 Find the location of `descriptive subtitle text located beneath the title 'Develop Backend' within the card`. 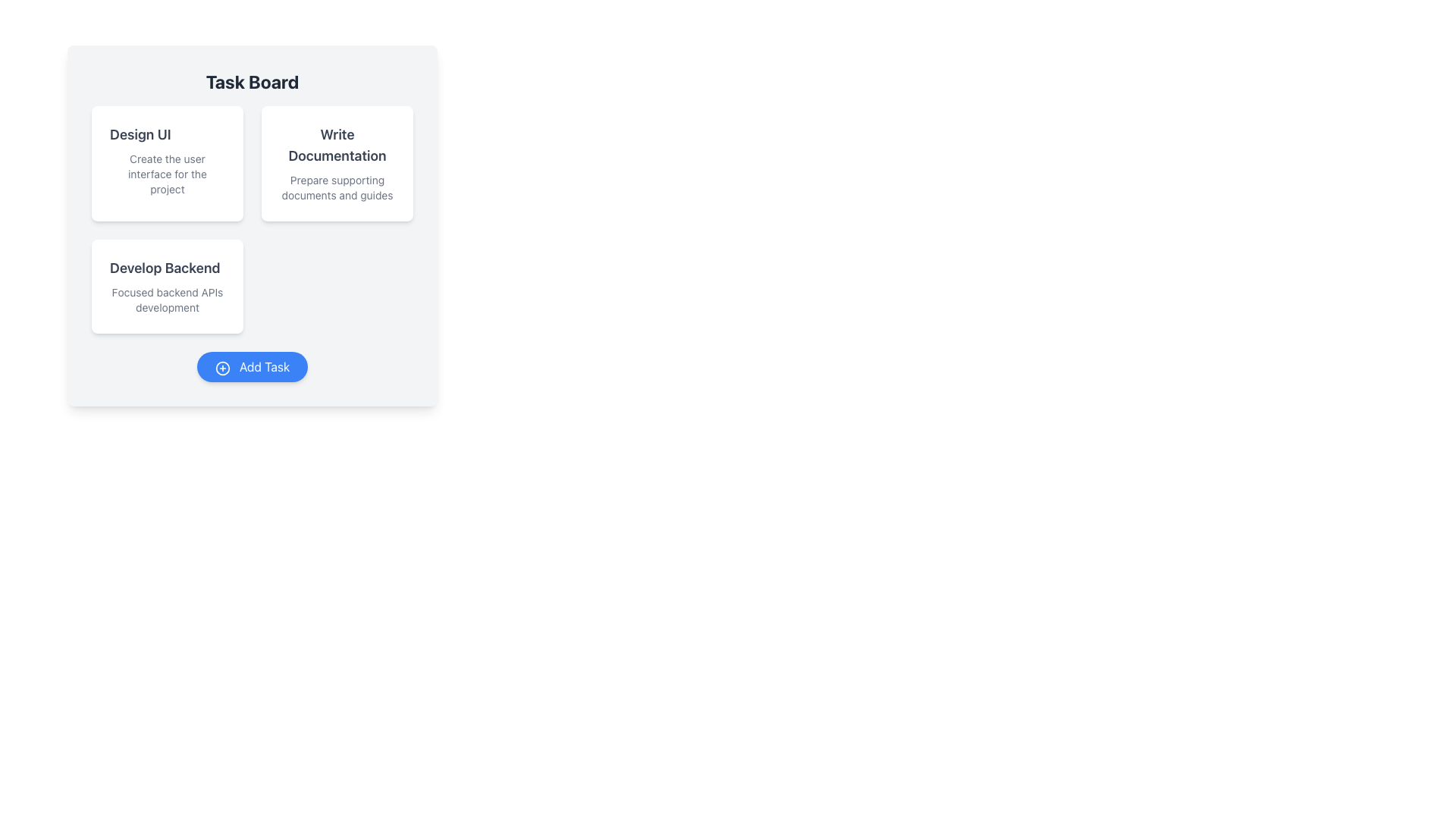

descriptive subtitle text located beneath the title 'Develop Backend' within the card is located at coordinates (167, 300).